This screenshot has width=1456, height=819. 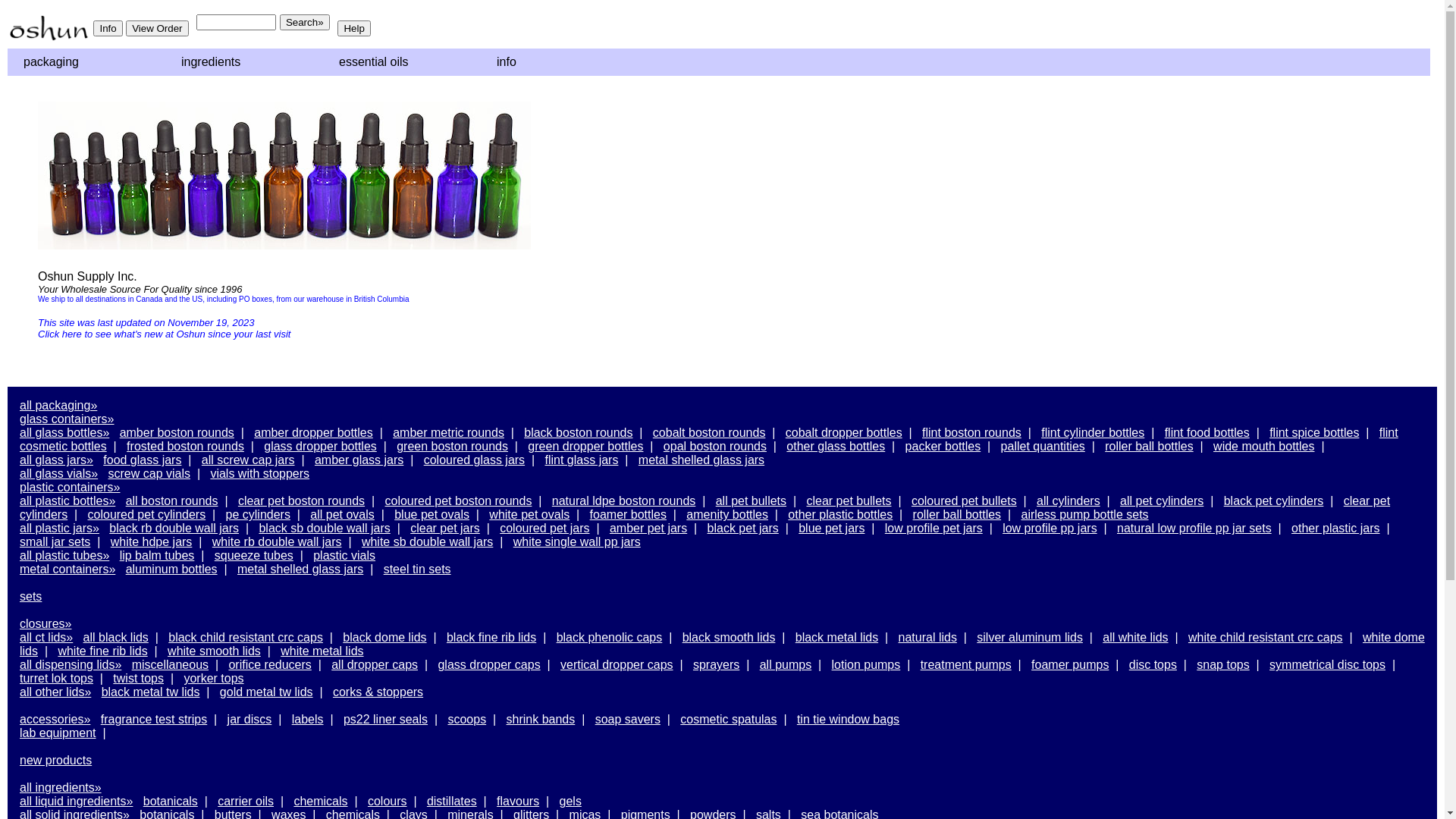 What do you see at coordinates (942, 445) in the screenshot?
I see `'packer bottles'` at bounding box center [942, 445].